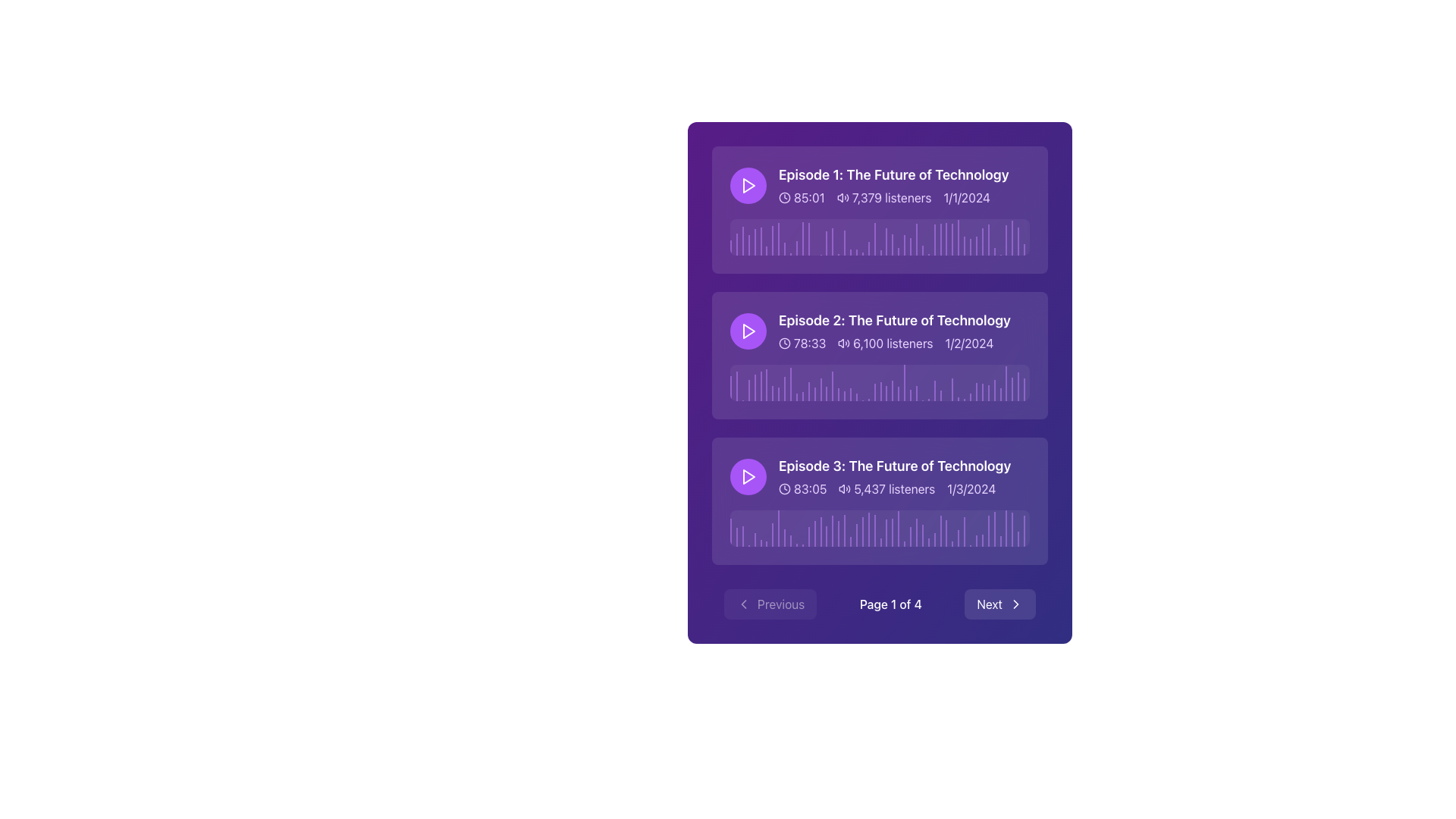  What do you see at coordinates (1025, 249) in the screenshot?
I see `the last vertical line in the waveform visualization, which serves as a timestamp or marker` at bounding box center [1025, 249].